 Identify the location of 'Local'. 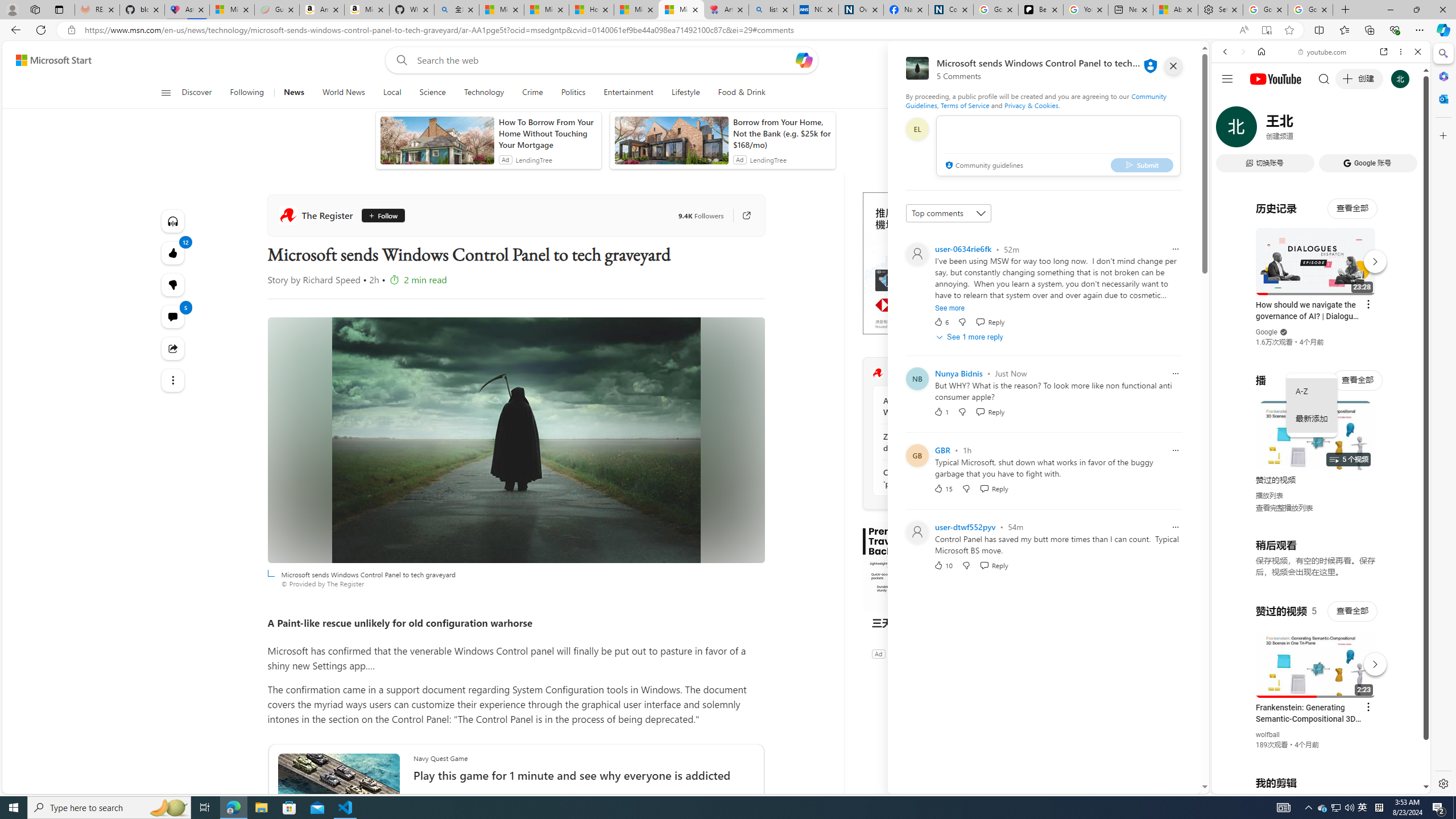
(391, 92).